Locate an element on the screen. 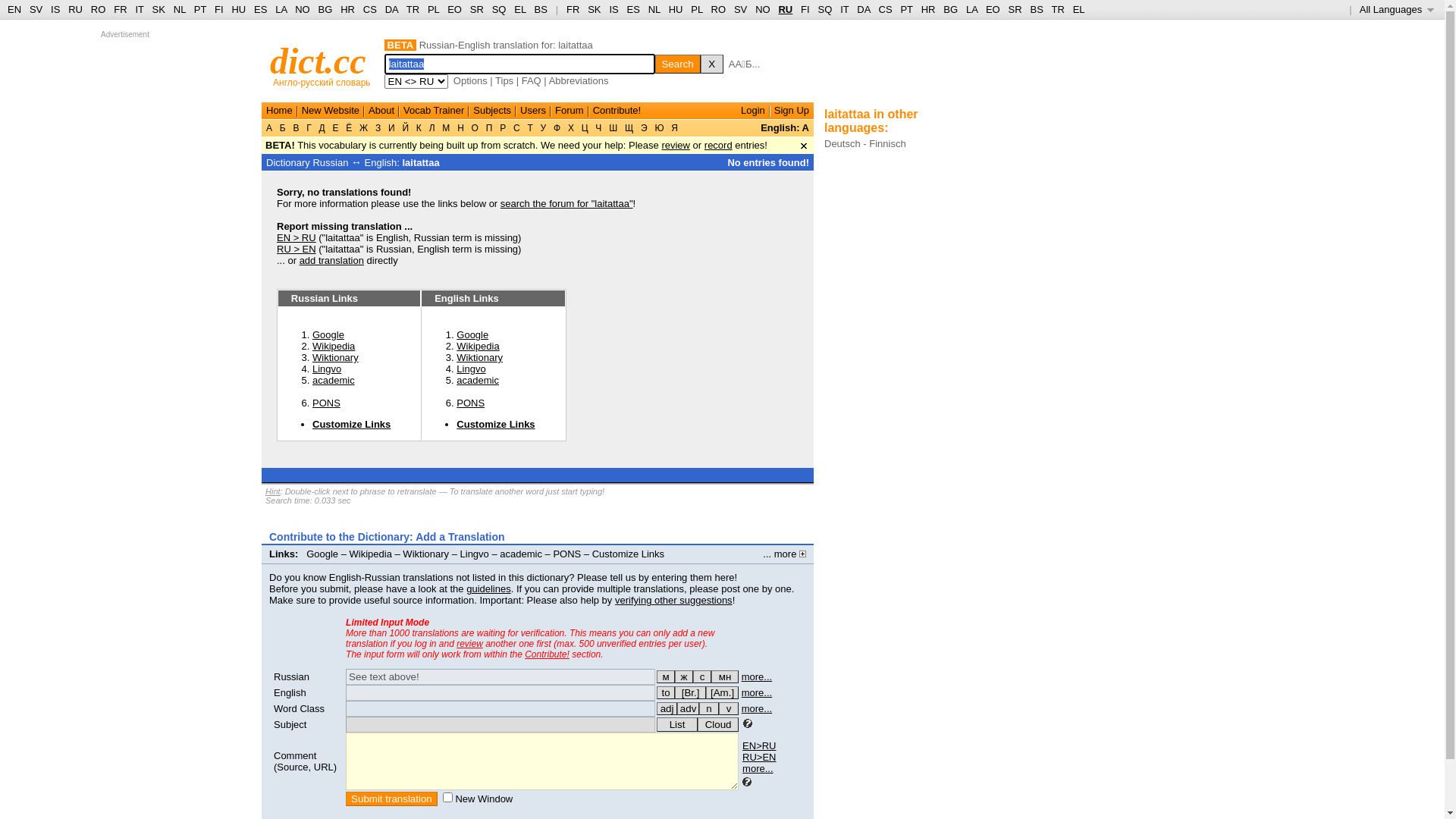 This screenshot has height=819, width=1456. 'Wikipedia' is located at coordinates (476, 346).